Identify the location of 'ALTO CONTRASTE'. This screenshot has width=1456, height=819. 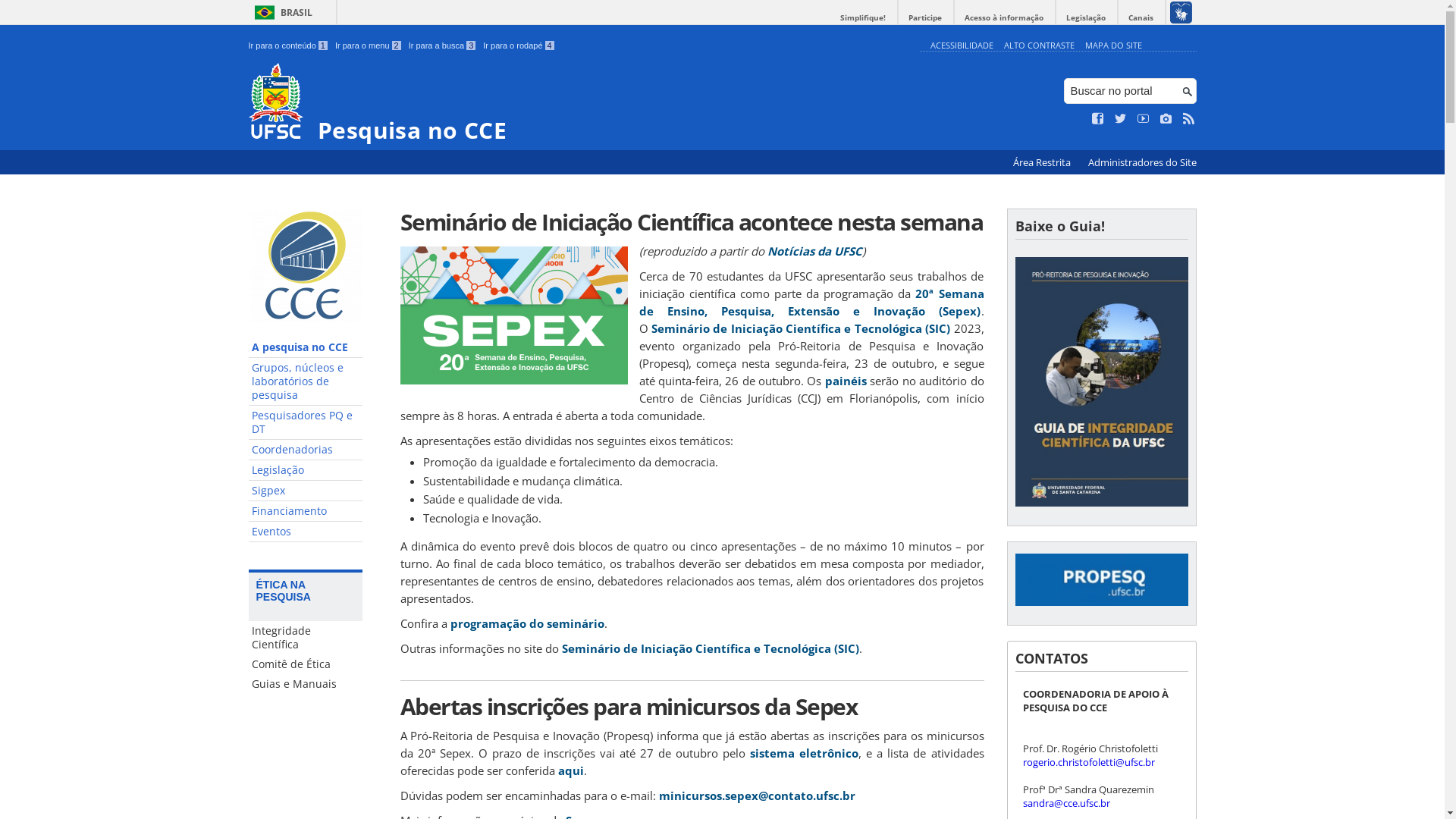
(1038, 44).